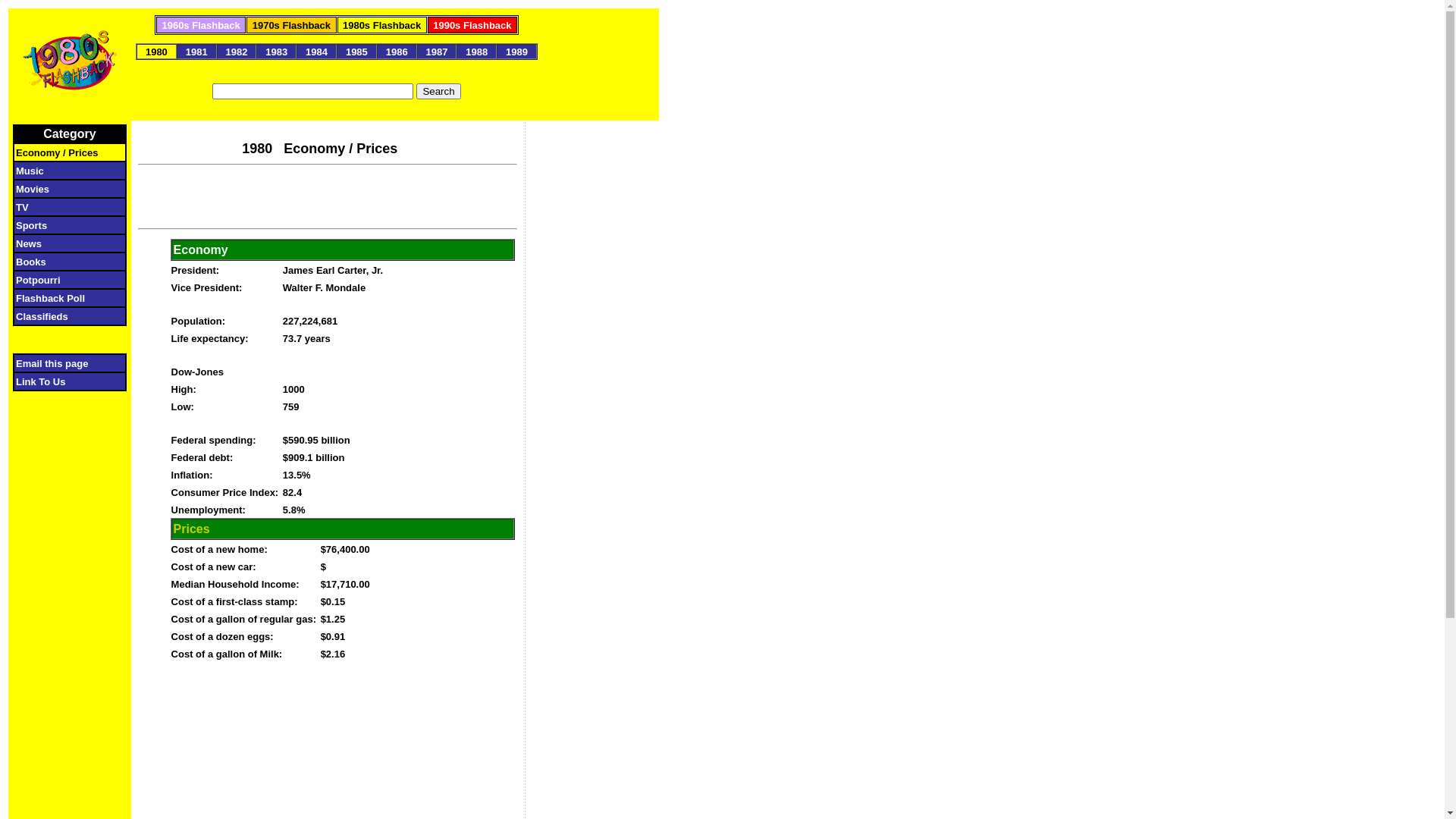 Image resolution: width=1456 pixels, height=819 pixels. What do you see at coordinates (199, 24) in the screenshot?
I see `'1960s Flashback'` at bounding box center [199, 24].